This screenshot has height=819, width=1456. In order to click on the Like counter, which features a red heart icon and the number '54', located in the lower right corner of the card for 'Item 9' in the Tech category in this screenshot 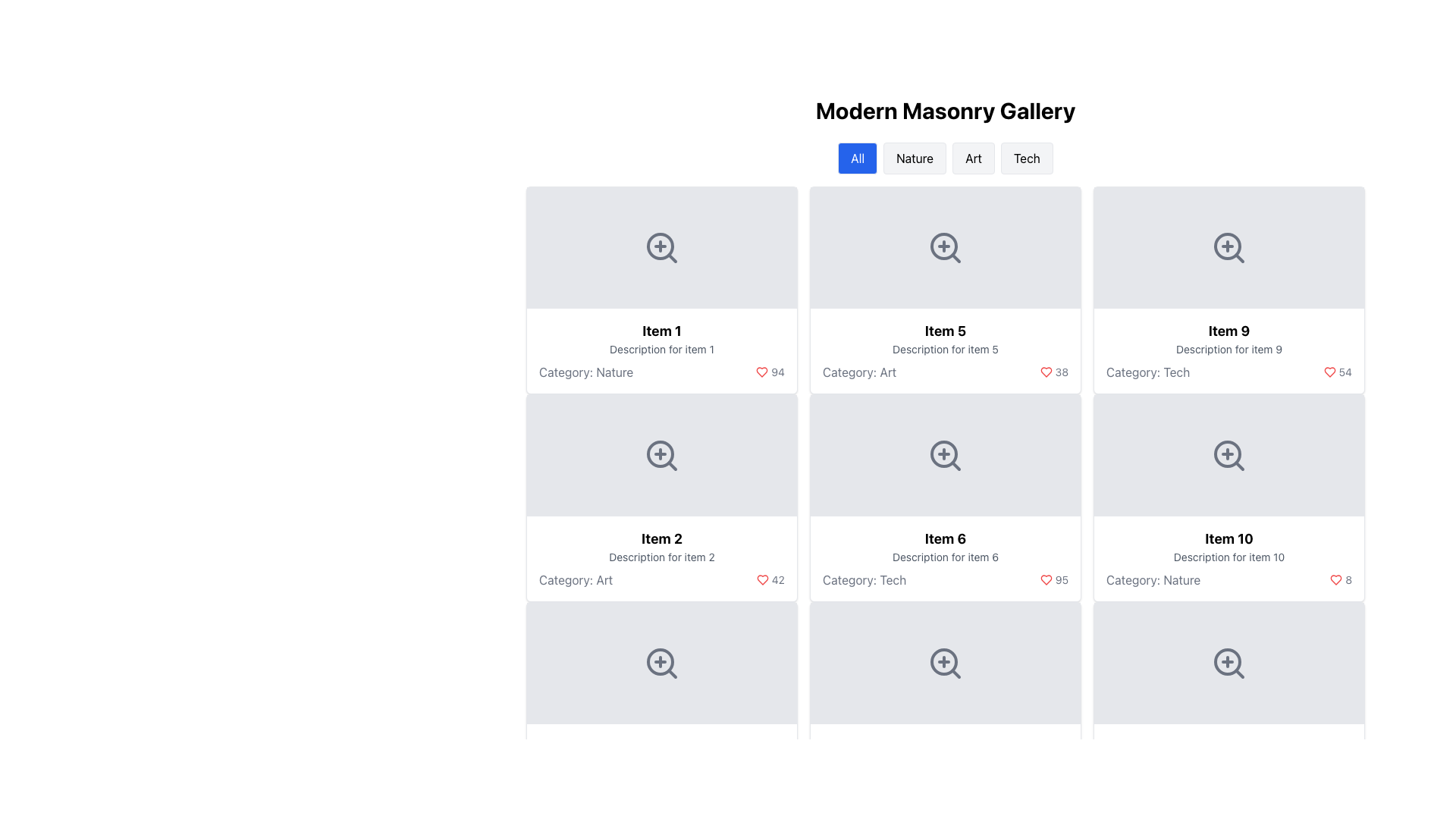, I will do `click(1338, 372)`.